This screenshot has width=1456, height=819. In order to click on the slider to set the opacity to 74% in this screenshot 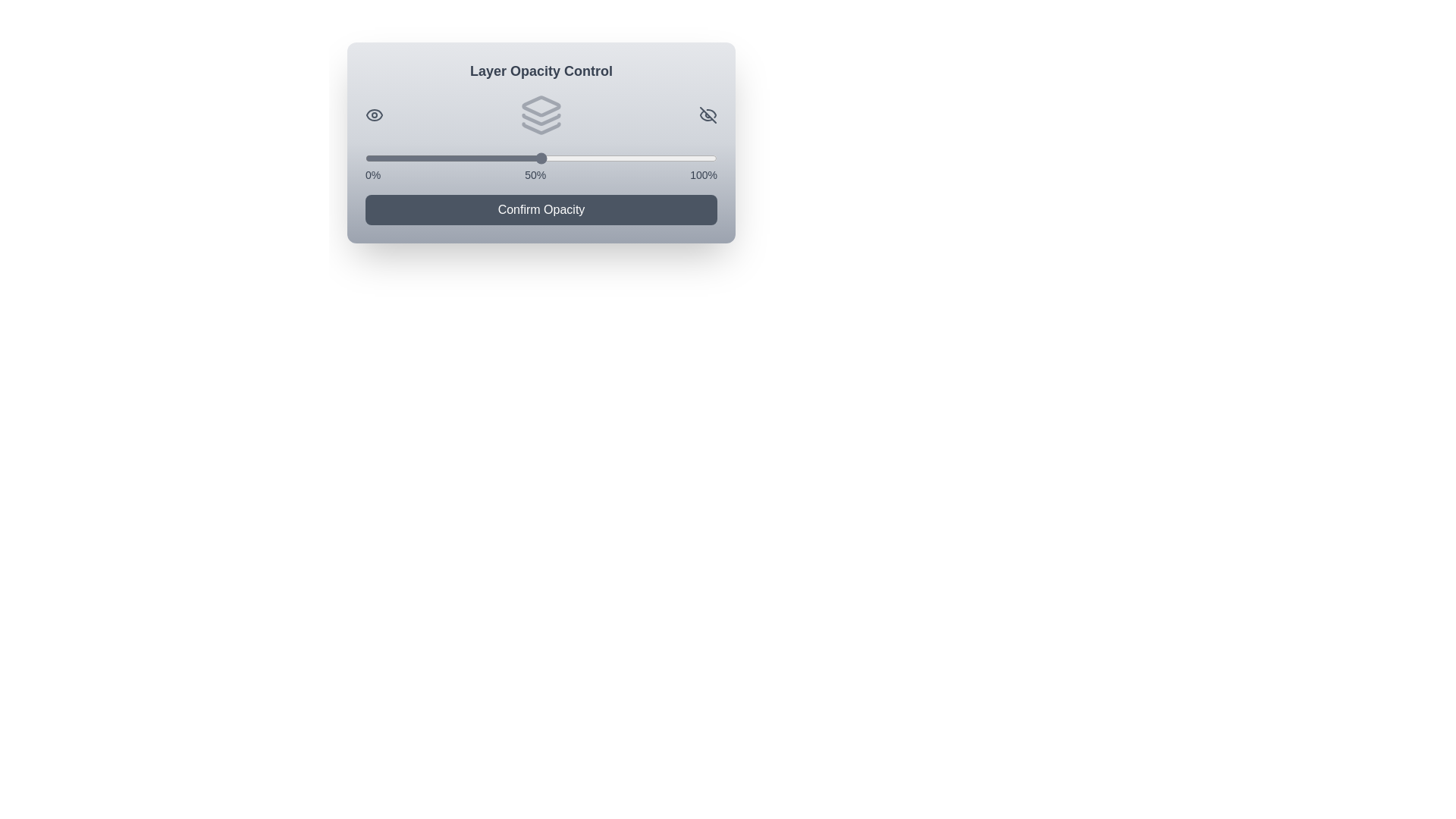, I will do `click(626, 158)`.